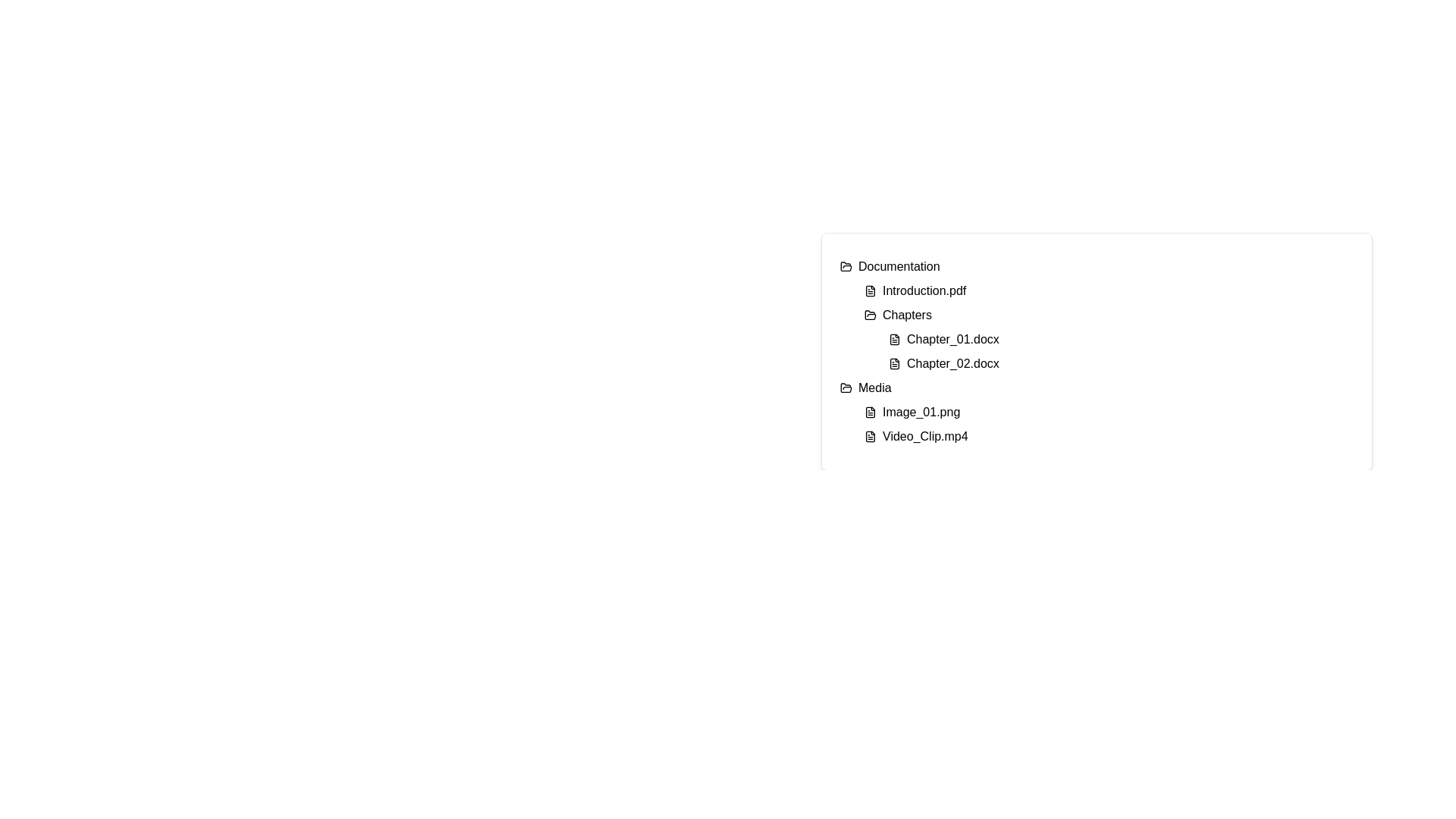 The height and width of the screenshot is (819, 1456). Describe the element at coordinates (1109, 327) in the screenshot. I see `to select the item in the hierarchical file browser list that includes entries like 'Introduction.pdf' and subfolder 'Chapters'` at that location.